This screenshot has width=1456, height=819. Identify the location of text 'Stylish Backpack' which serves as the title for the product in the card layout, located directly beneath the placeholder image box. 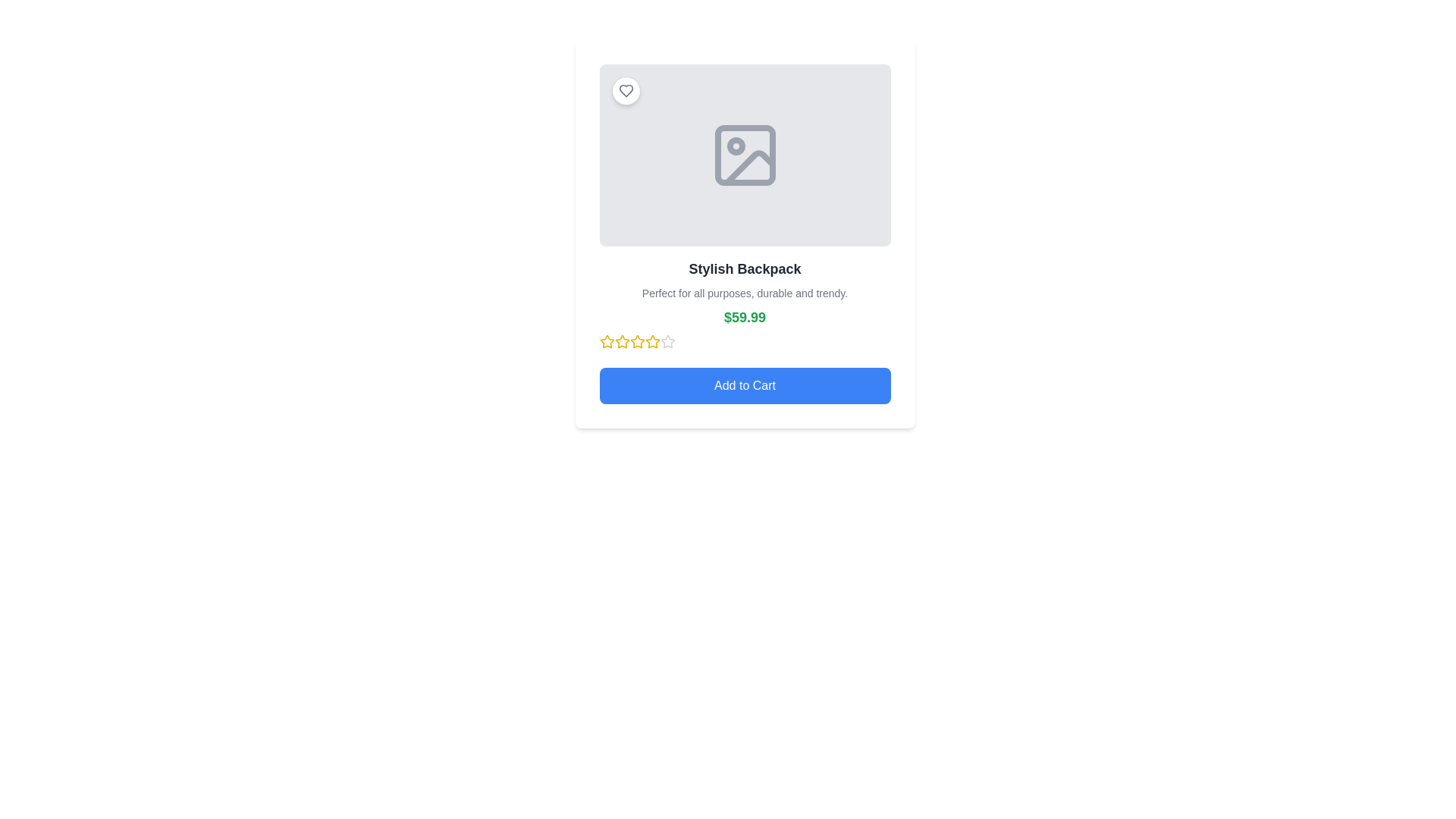
(745, 268).